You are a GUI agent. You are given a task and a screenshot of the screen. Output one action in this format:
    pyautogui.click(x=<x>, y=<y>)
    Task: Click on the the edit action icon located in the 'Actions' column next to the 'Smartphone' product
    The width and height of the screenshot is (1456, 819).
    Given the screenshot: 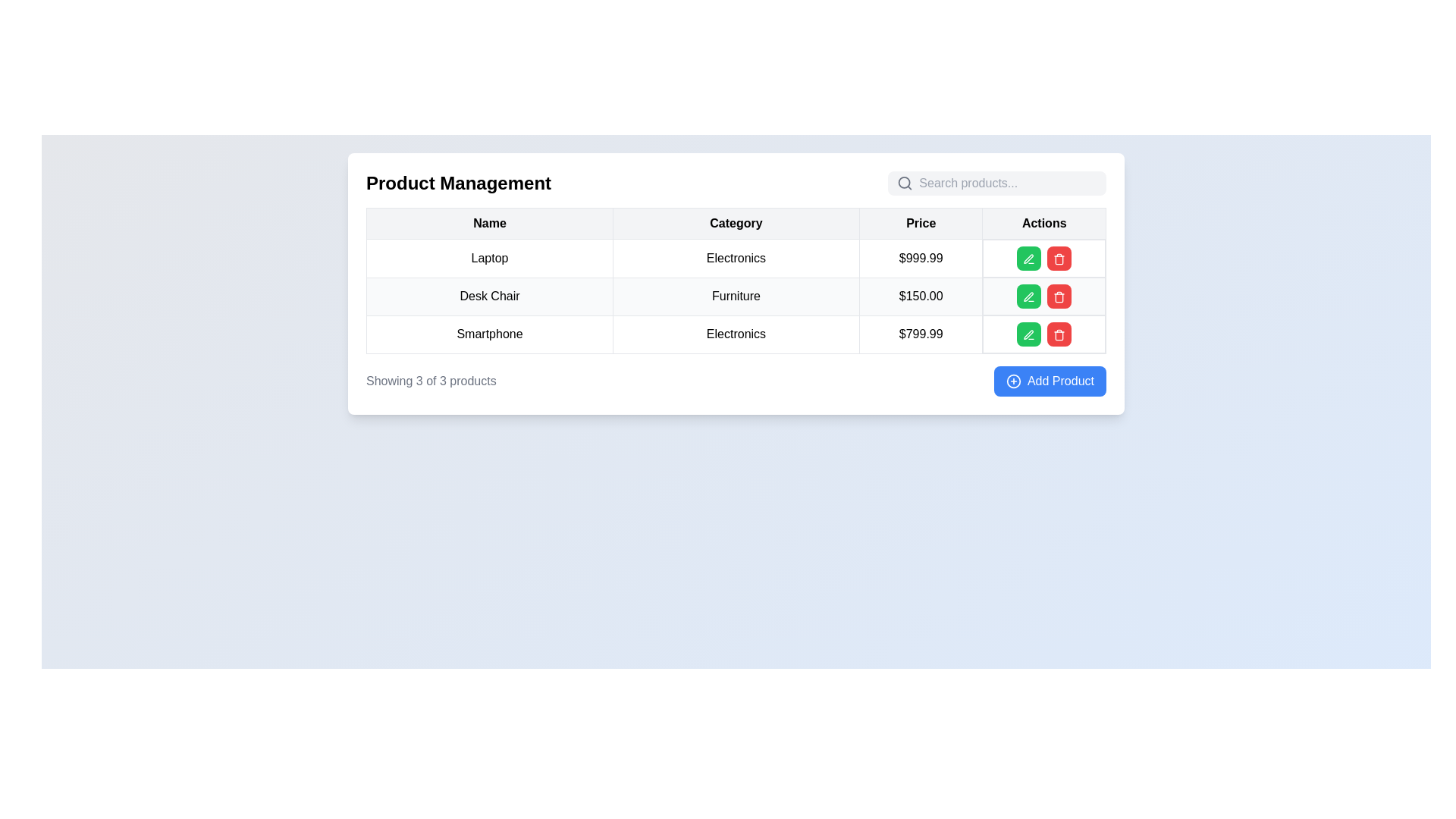 What is the action you would take?
    pyautogui.click(x=1028, y=334)
    